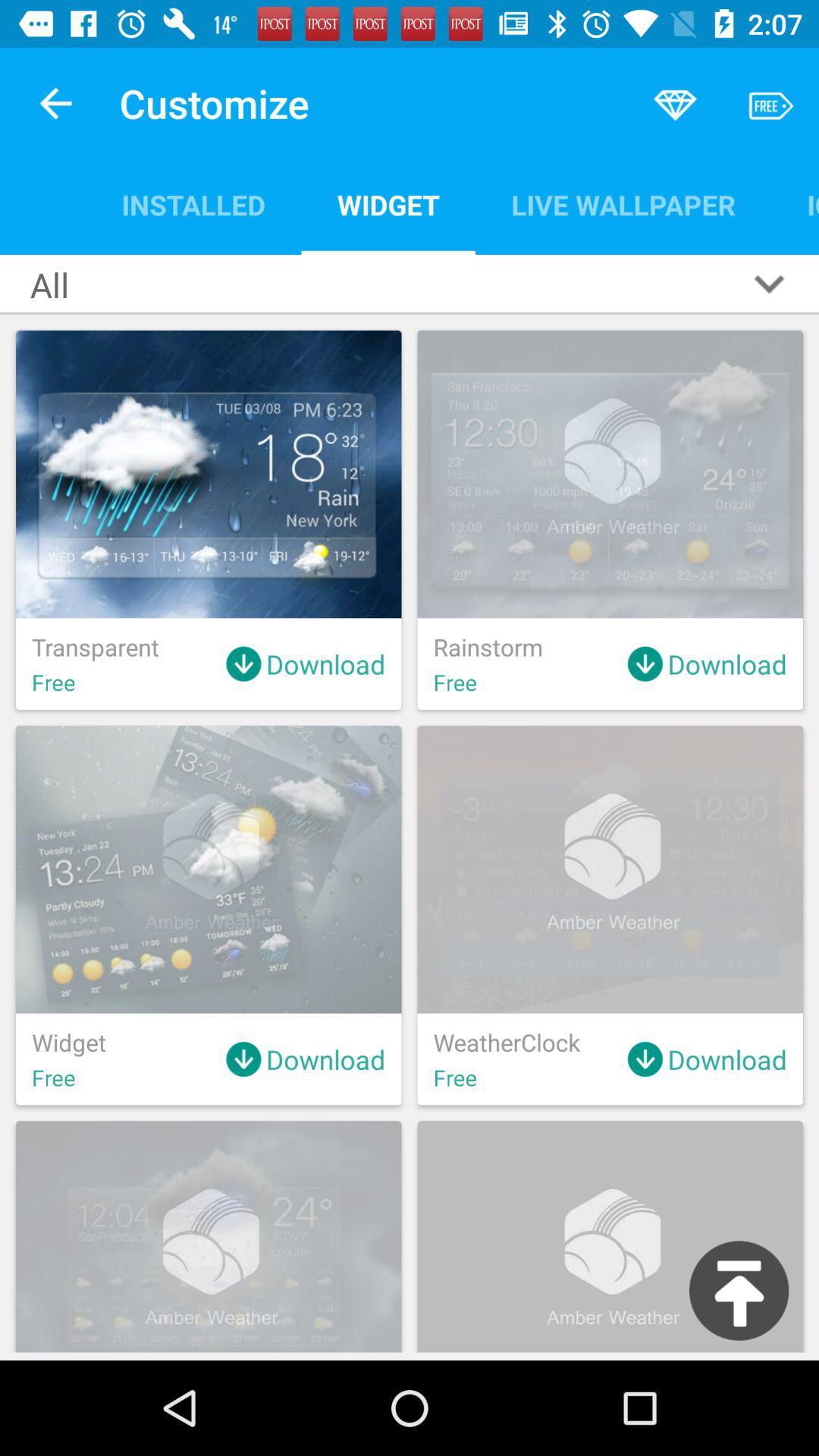 Image resolution: width=819 pixels, height=1456 pixels. Describe the element at coordinates (738, 1290) in the screenshot. I see `the icon below download icon` at that location.